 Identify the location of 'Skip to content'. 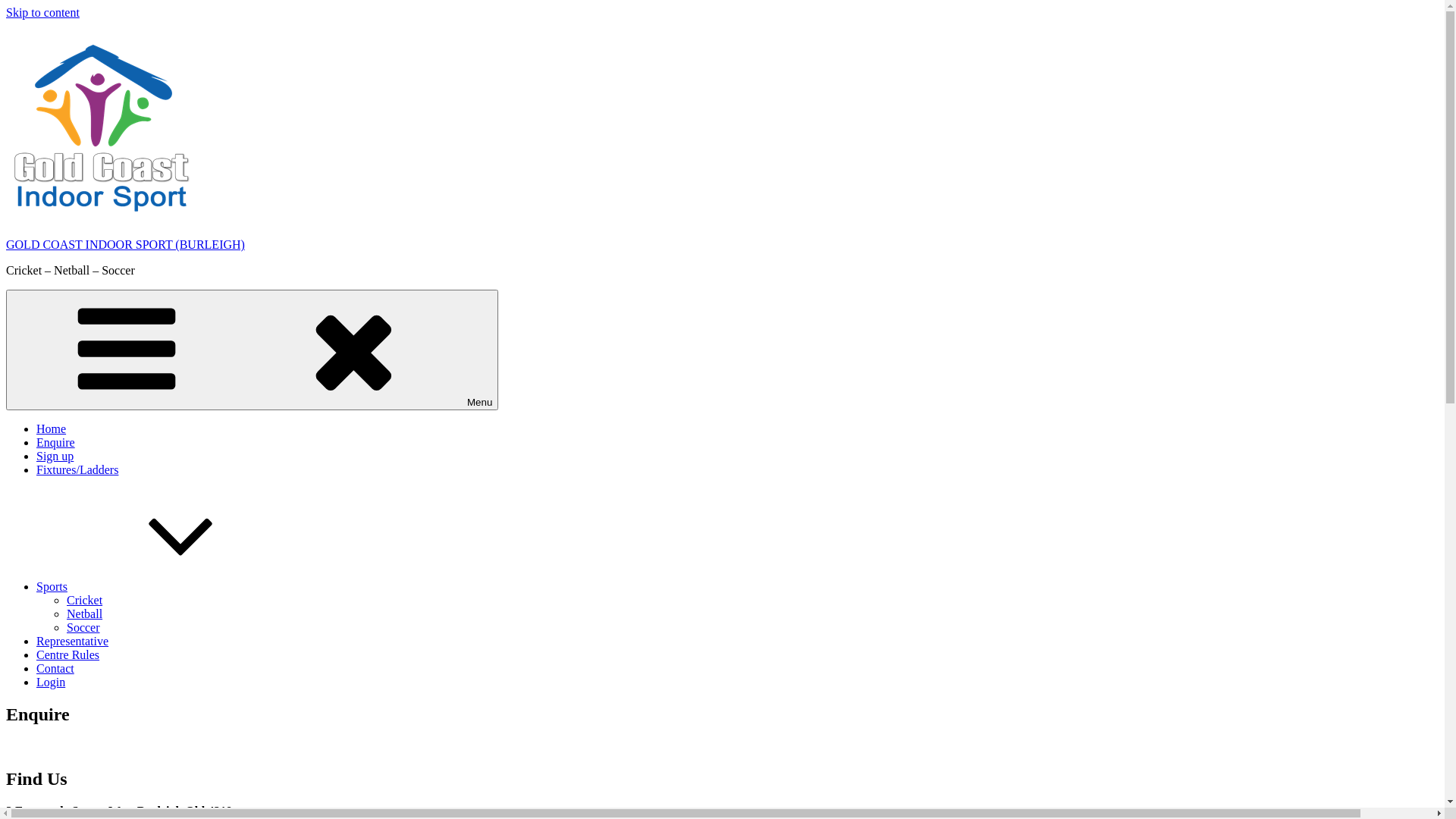
(42, 12).